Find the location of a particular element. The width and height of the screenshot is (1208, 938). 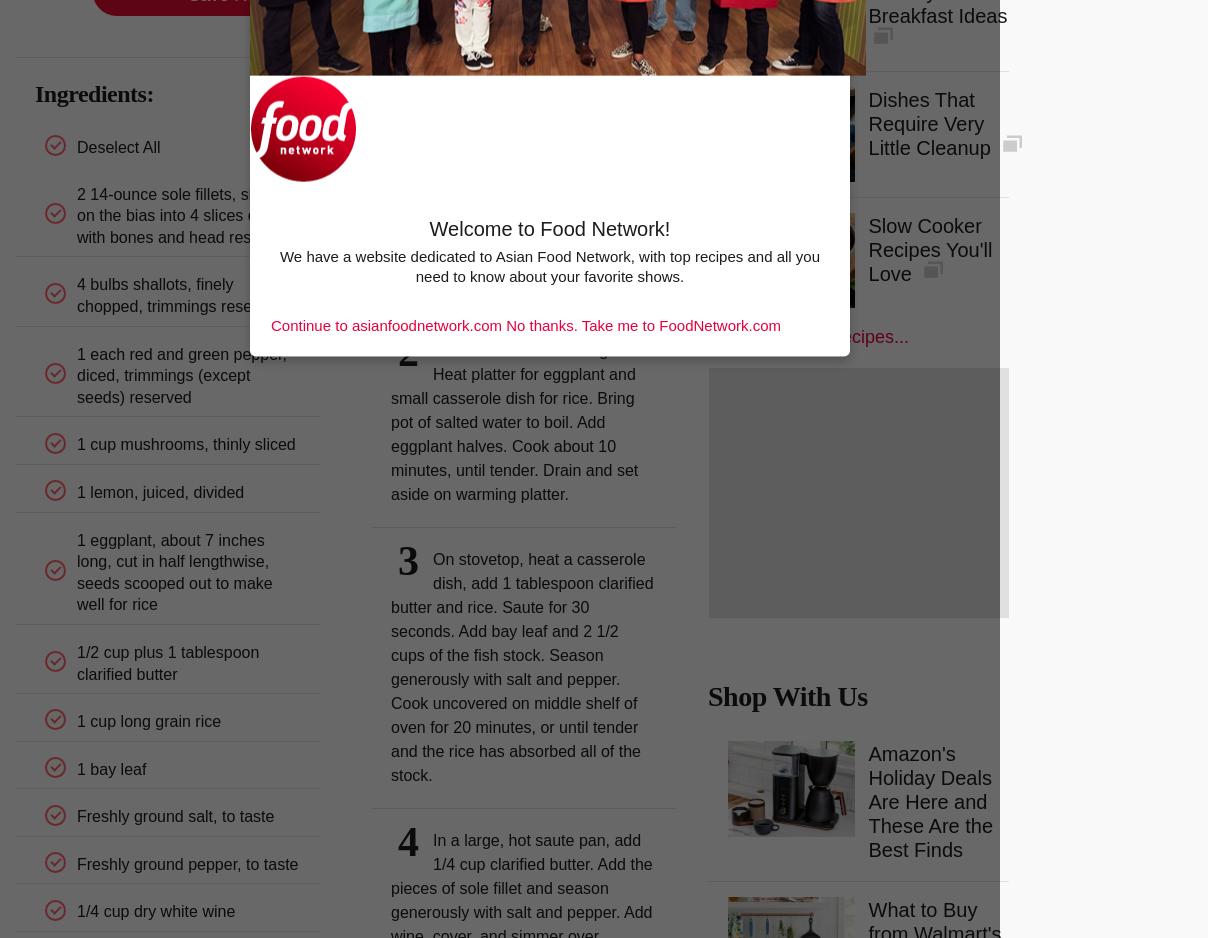

'We have a website dedicated to Asian Food Network, with top recipes and all you need to know about your favorite shows.' is located at coordinates (549, 264).